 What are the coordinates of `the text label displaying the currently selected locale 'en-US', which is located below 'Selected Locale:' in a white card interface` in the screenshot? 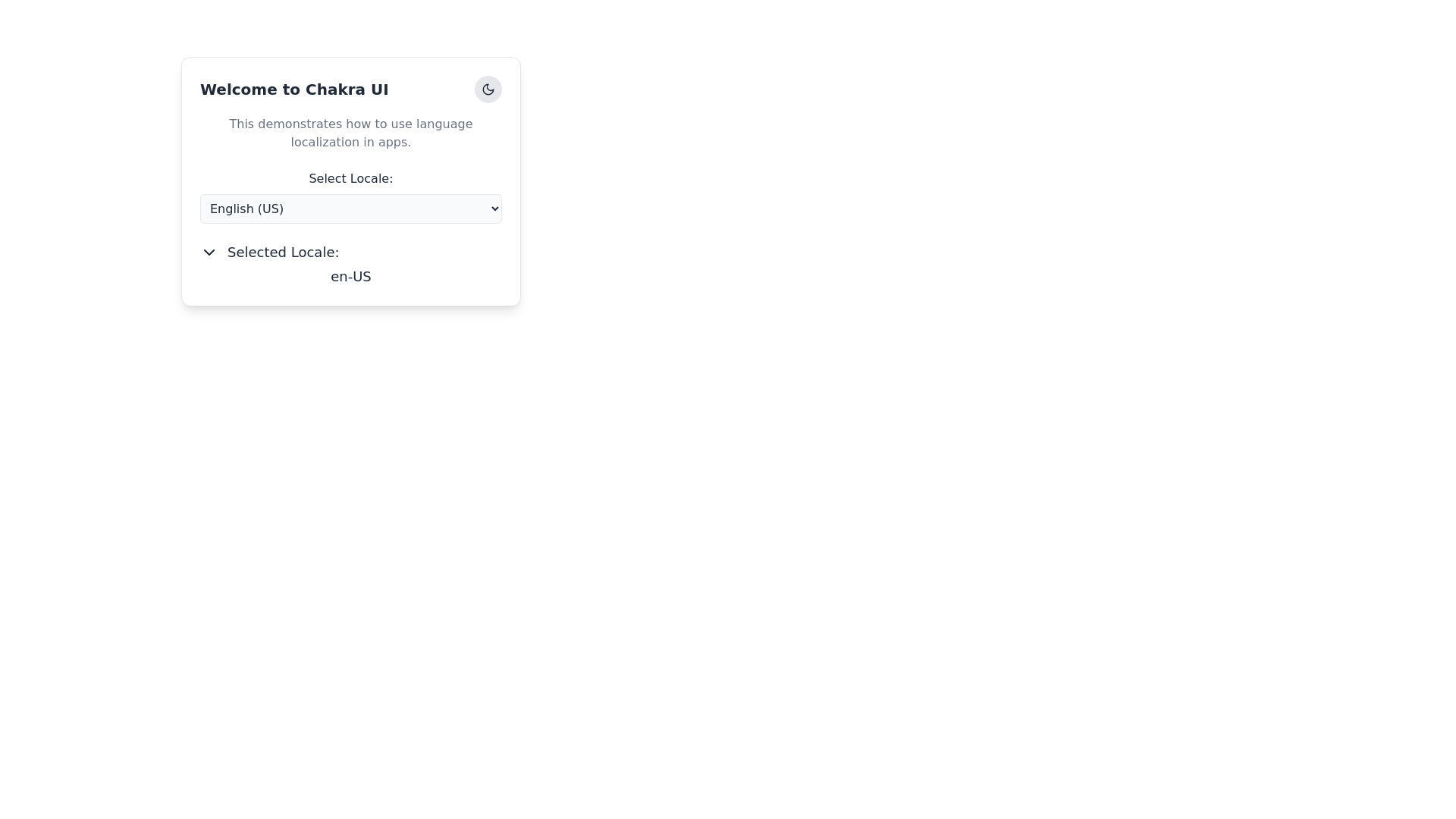 It's located at (350, 277).